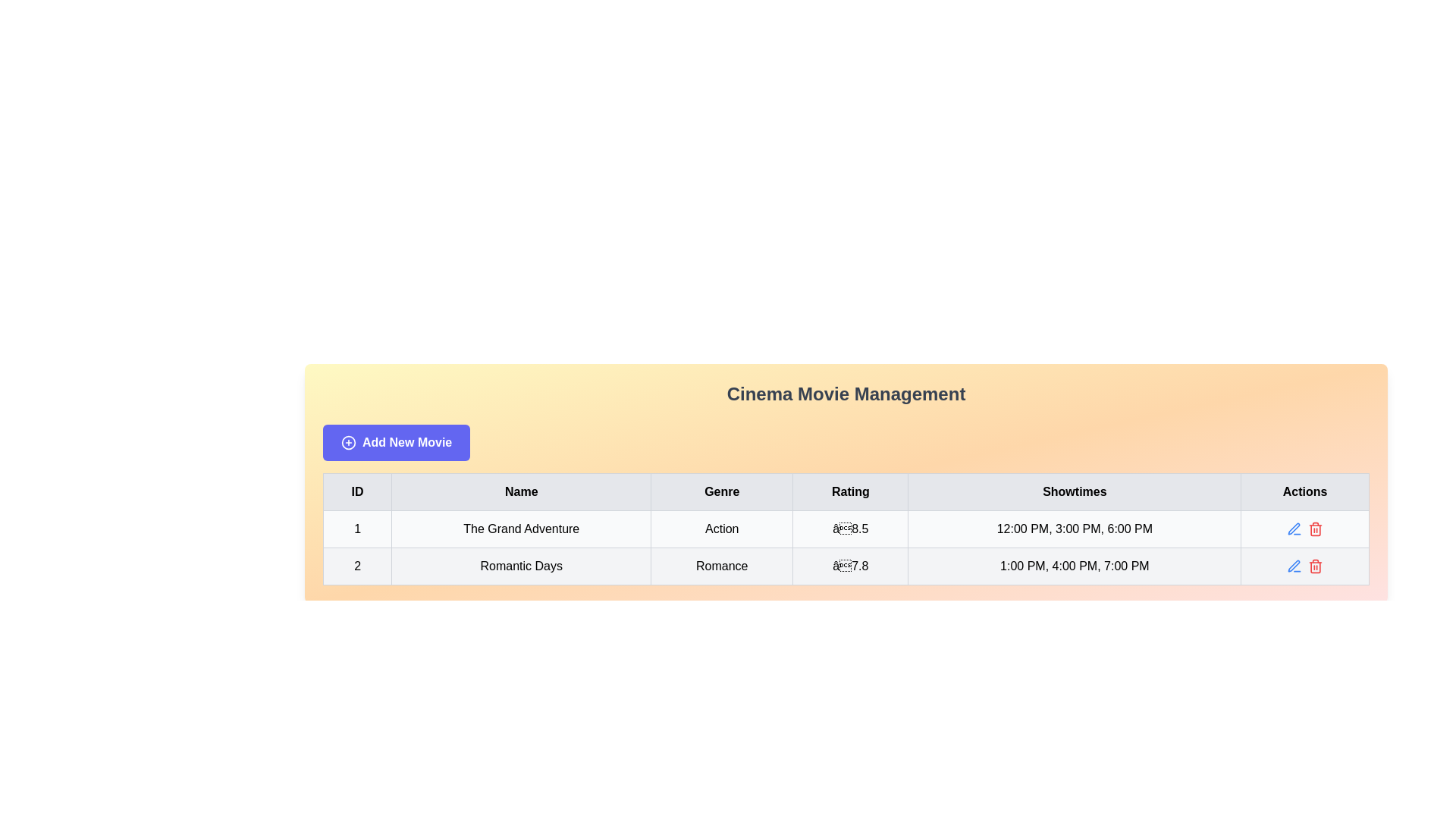 Image resolution: width=1456 pixels, height=819 pixels. I want to click on the text label indicating the genre of the movie, located in the 'Genre' column next to 'The Grand Adventure' and before the '8.5' rating cell, so click(721, 529).